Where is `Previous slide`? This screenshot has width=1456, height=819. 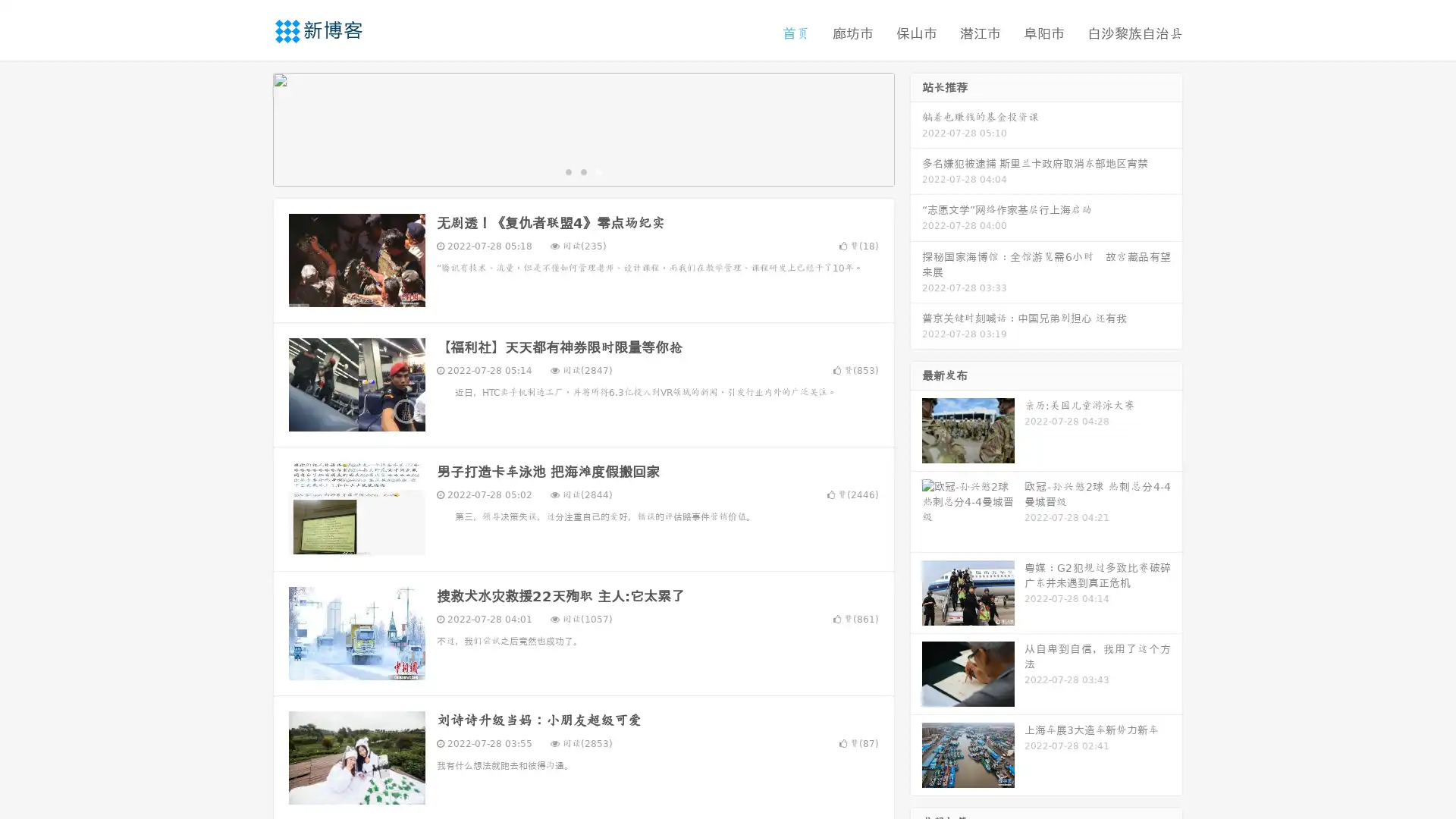 Previous slide is located at coordinates (250, 127).